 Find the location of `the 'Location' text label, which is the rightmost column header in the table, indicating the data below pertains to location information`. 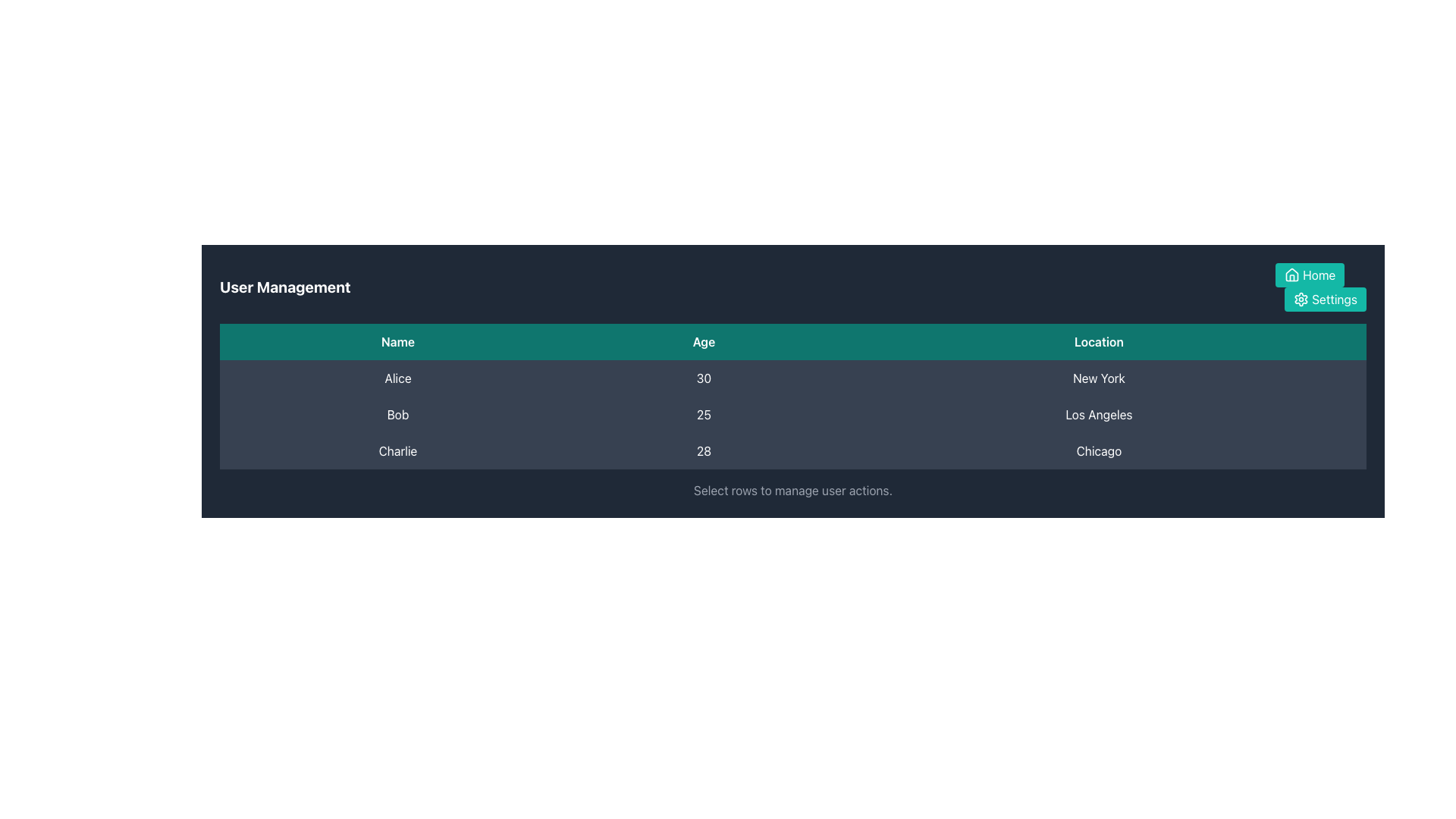

the 'Location' text label, which is the rightmost column header in the table, indicating the data below pertains to location information is located at coordinates (1099, 342).